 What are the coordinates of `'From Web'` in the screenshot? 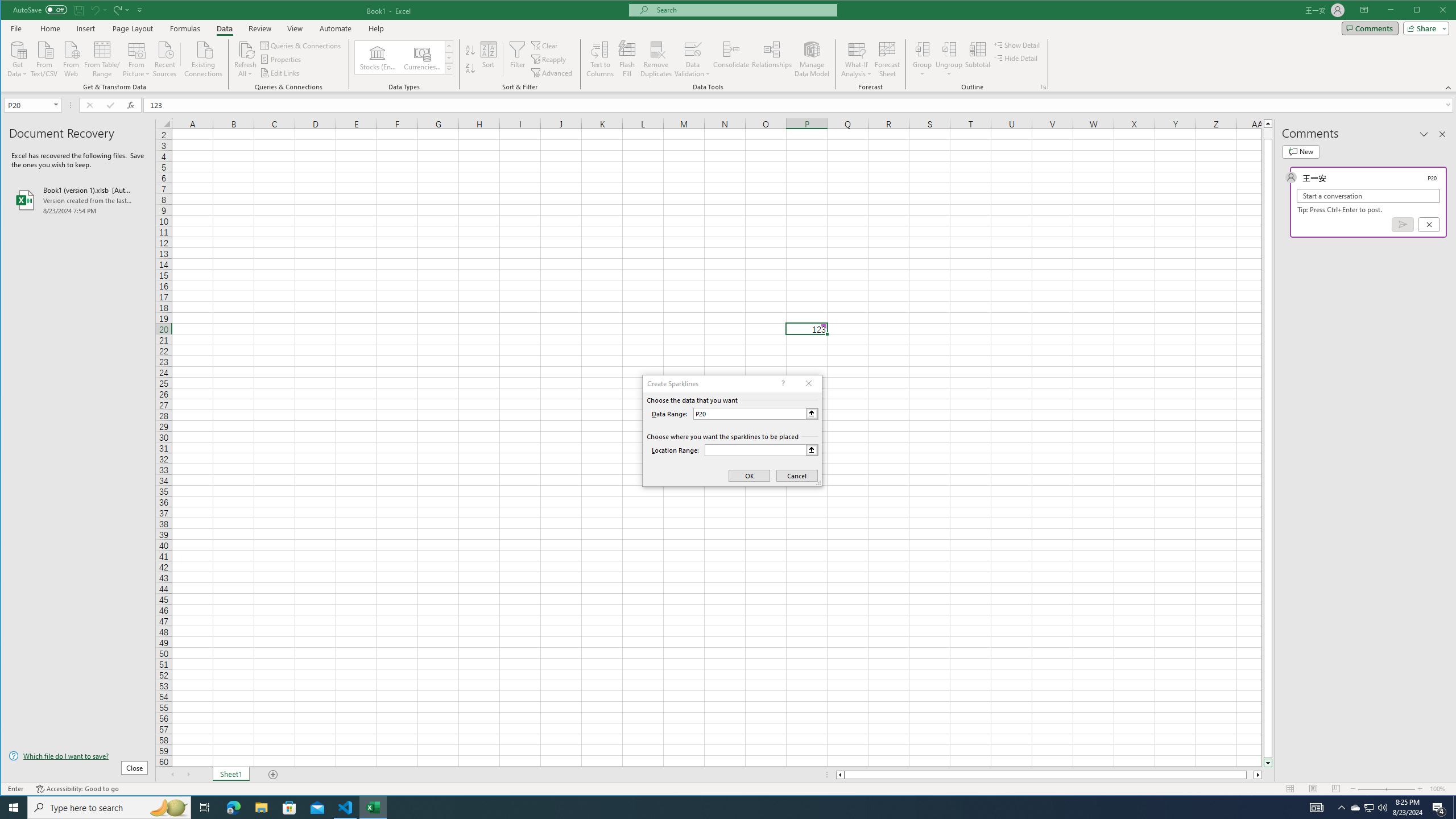 It's located at (71, 58).